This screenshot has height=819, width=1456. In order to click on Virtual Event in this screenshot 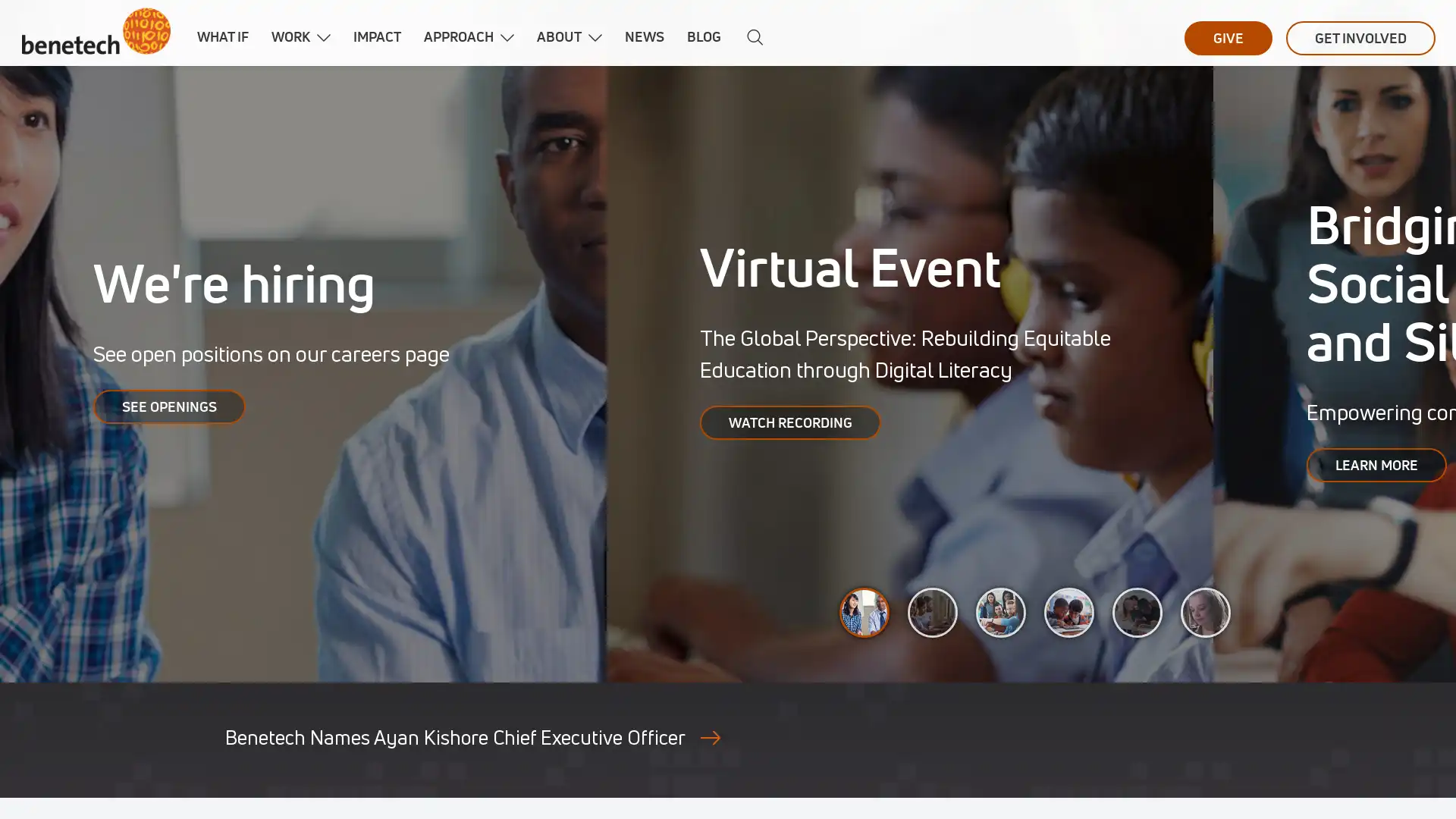, I will do `click(931, 611)`.